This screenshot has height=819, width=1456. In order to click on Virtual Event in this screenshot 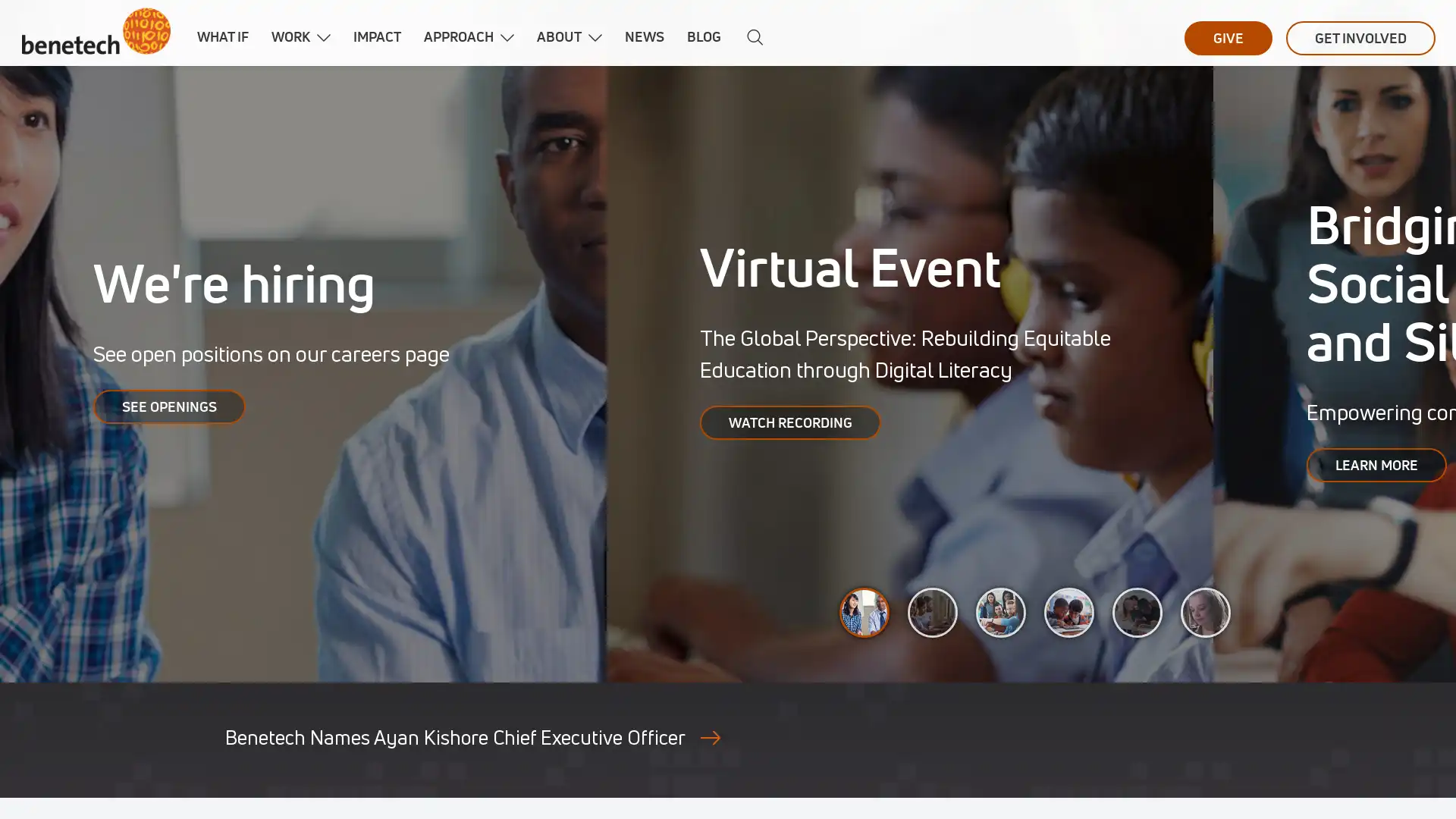, I will do `click(931, 611)`.